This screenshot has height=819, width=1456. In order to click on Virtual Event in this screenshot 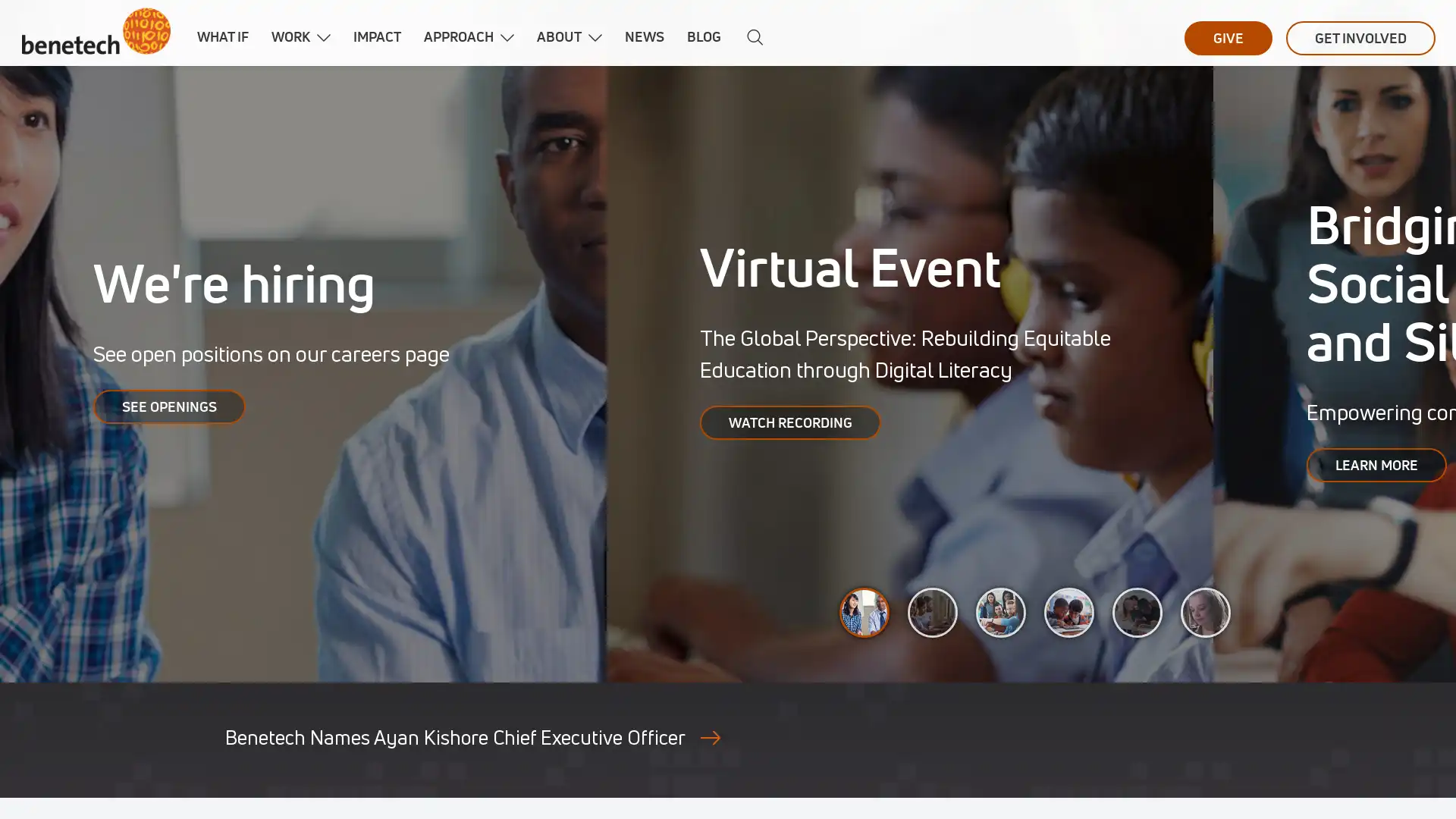, I will do `click(931, 611)`.